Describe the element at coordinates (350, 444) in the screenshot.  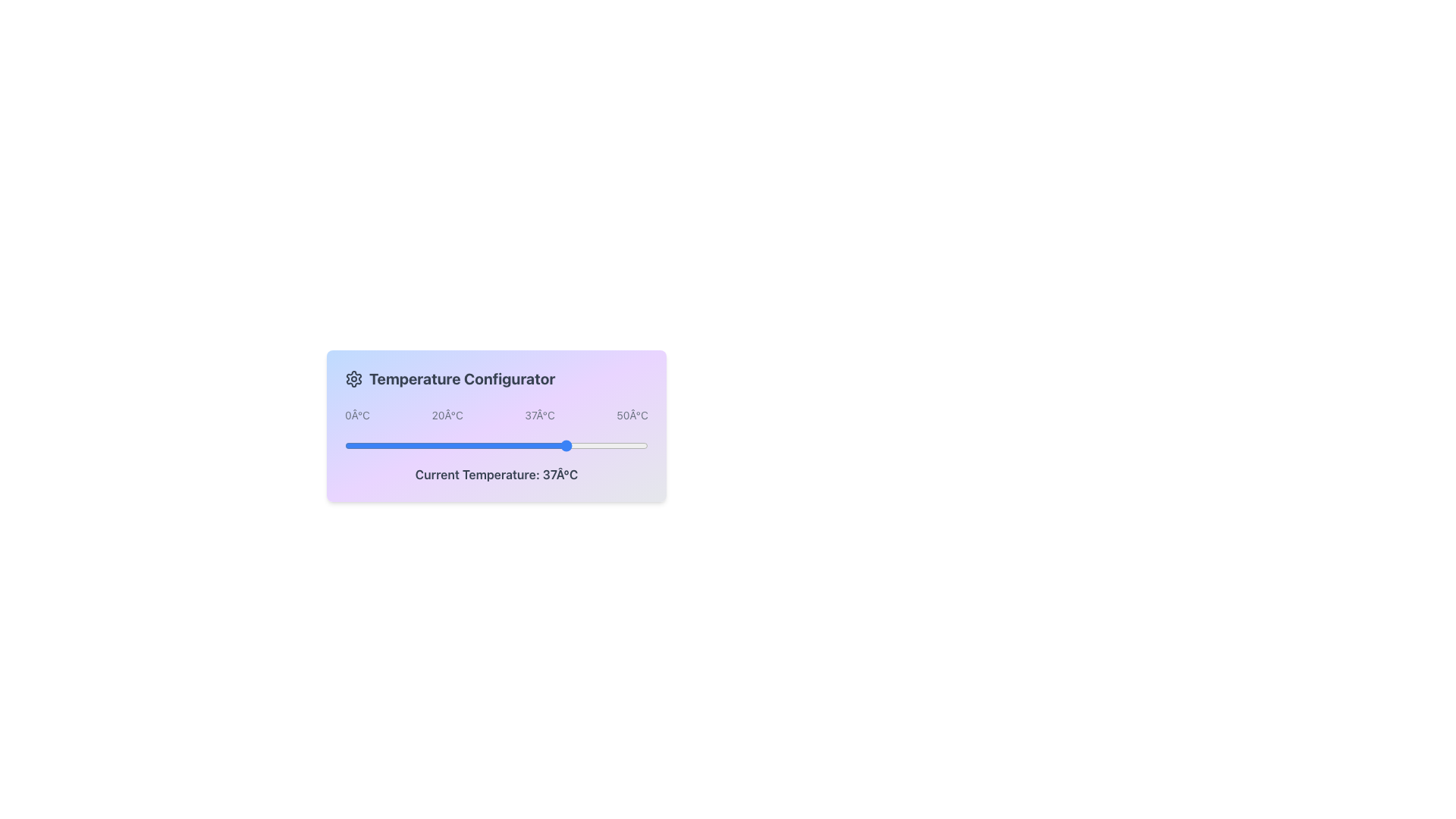
I see `the temperature` at that location.